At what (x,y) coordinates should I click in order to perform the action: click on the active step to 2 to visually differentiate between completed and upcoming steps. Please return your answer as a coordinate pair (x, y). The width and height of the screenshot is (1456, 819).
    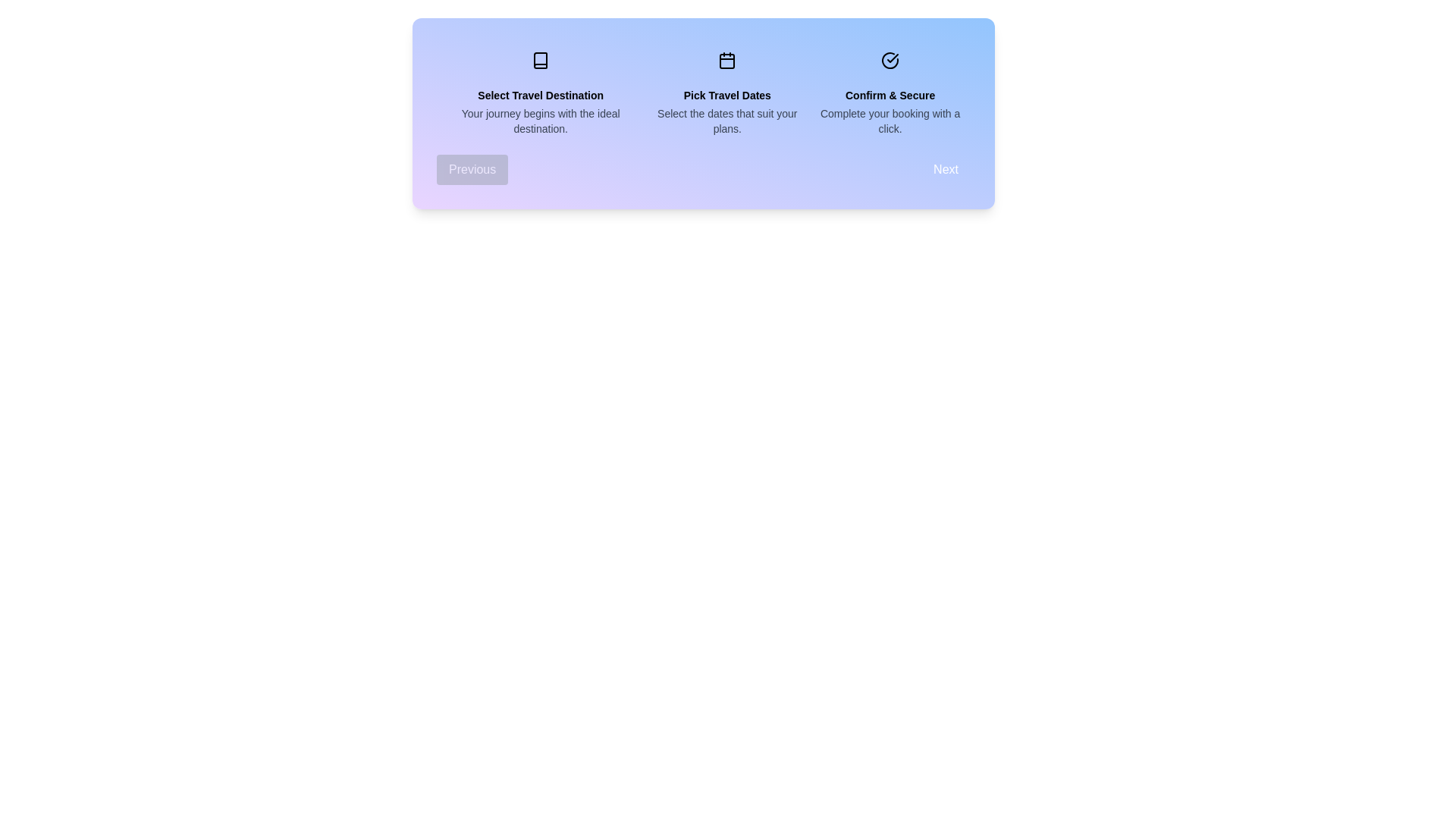
    Looking at the image, I should click on (890, 60).